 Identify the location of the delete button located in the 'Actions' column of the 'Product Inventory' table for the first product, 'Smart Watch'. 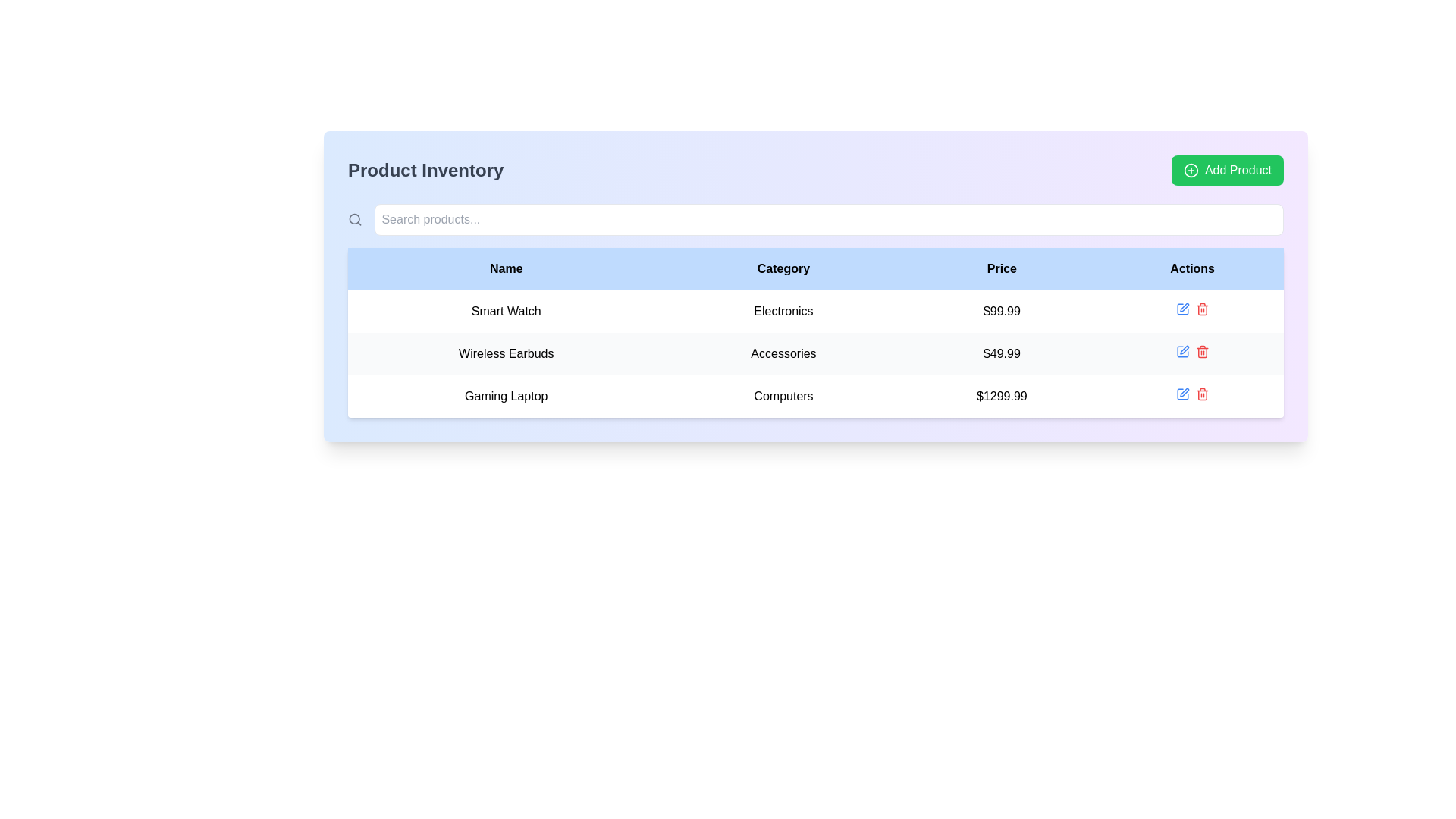
(1201, 309).